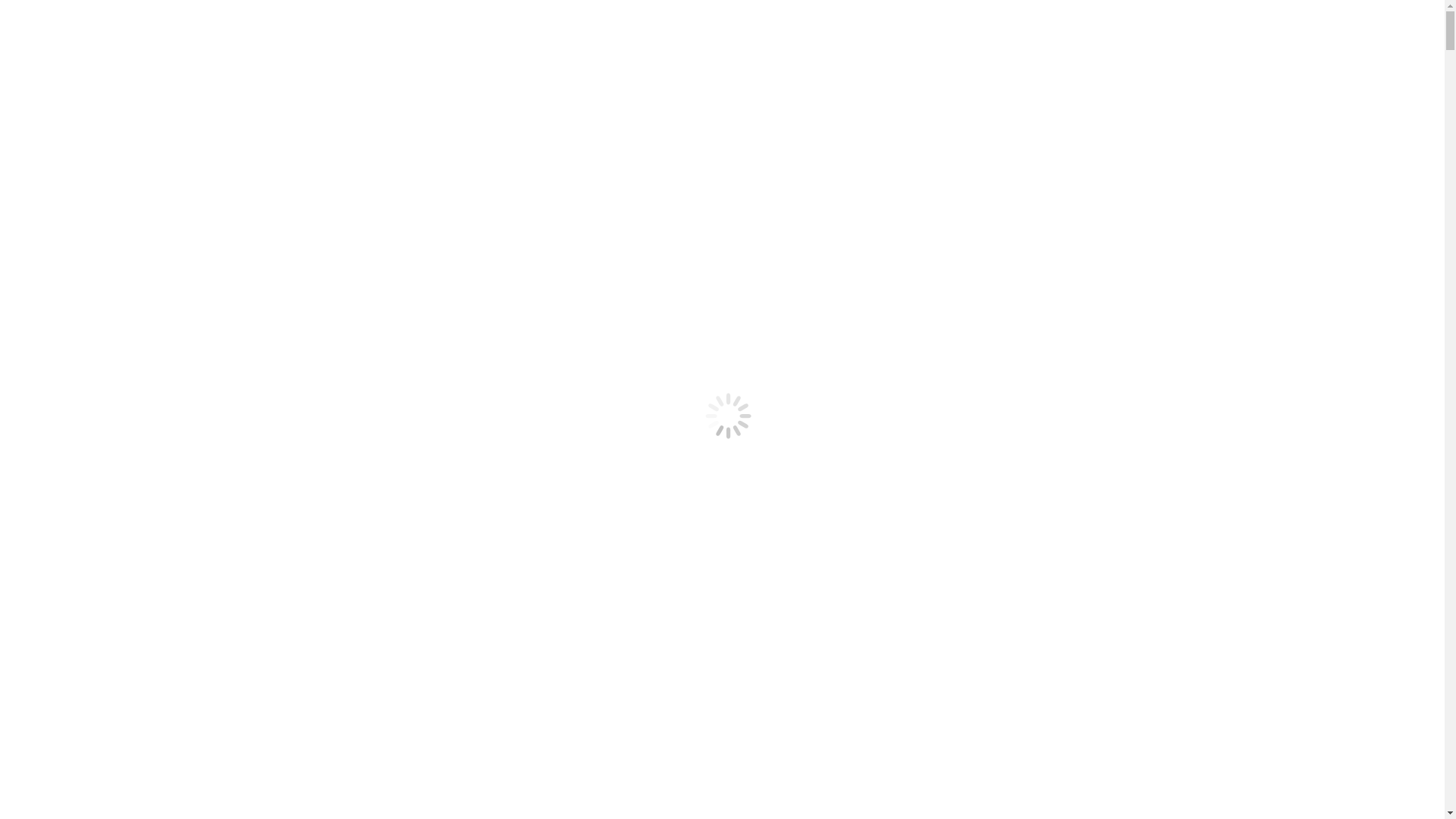 The width and height of the screenshot is (1456, 819). What do you see at coordinates (257, 652) in the screenshot?
I see `'media@yot.org.au'` at bounding box center [257, 652].